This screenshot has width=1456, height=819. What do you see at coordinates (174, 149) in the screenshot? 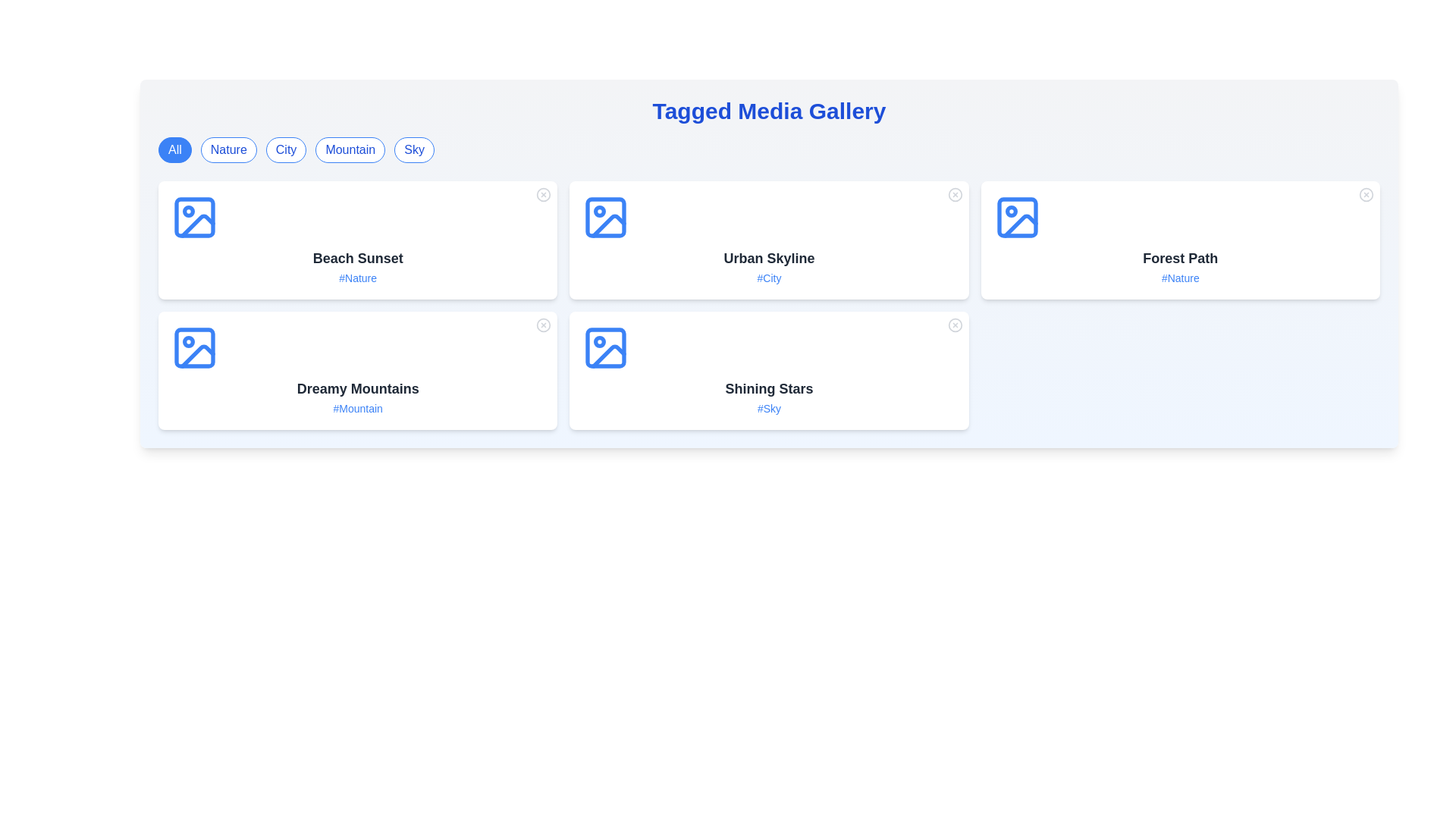
I see `the tag button labeled All to filter the gallery items` at bounding box center [174, 149].